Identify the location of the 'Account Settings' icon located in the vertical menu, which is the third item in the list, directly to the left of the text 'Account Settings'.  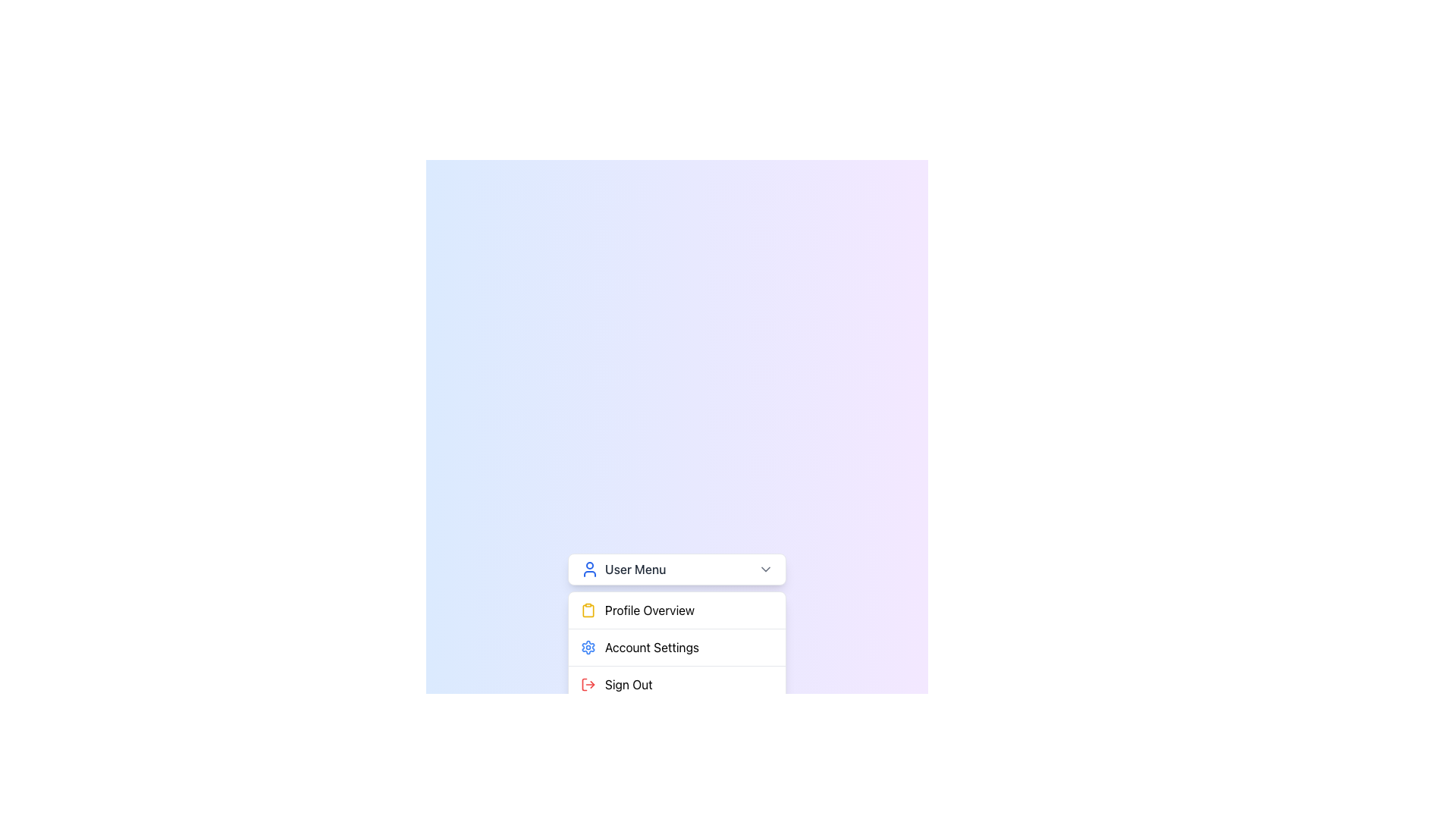
(588, 647).